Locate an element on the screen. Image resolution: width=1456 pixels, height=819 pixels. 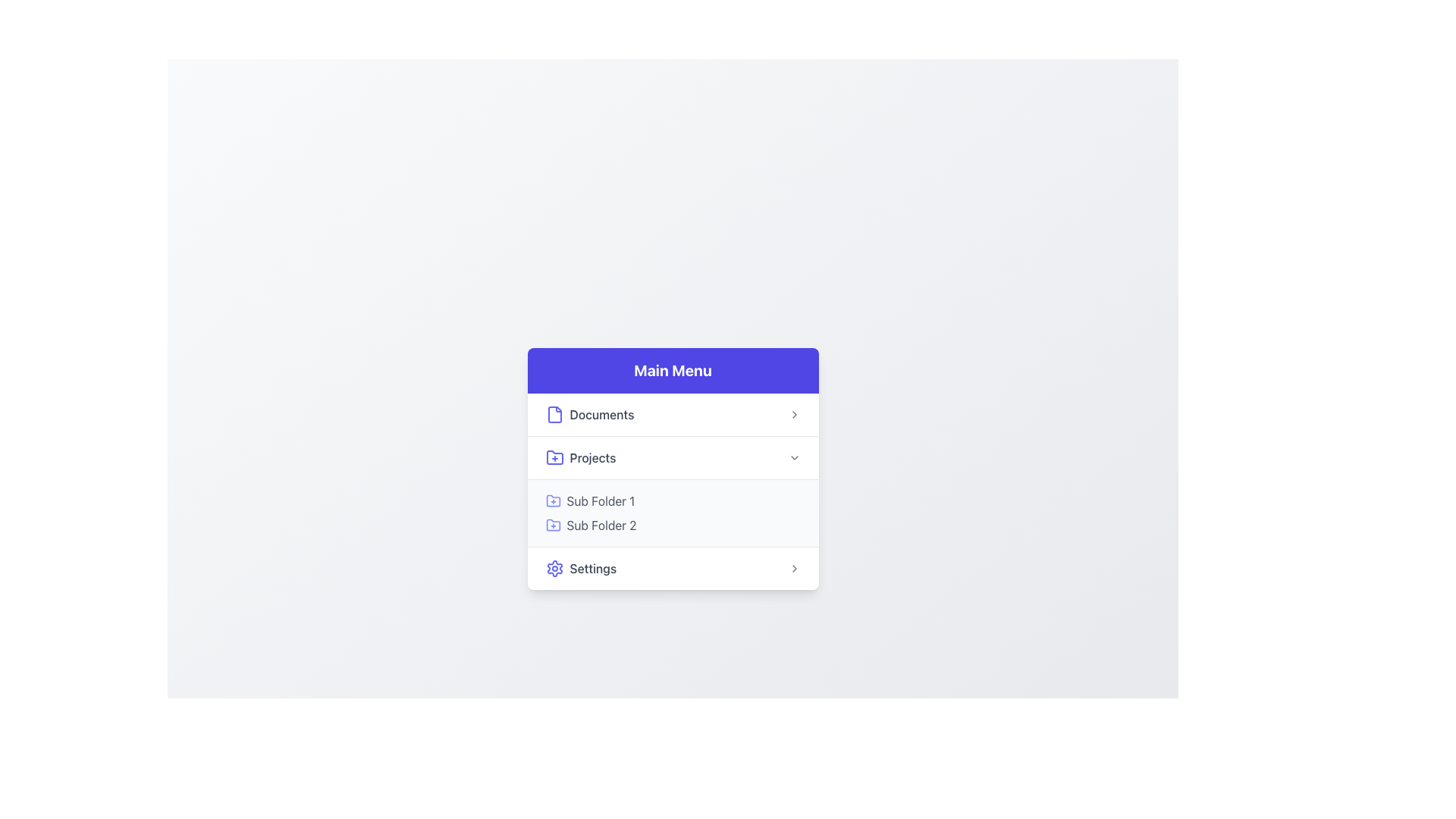
the 'Documents' text label in the Main Menu, which is adjacent to the file icon is located at coordinates (601, 414).